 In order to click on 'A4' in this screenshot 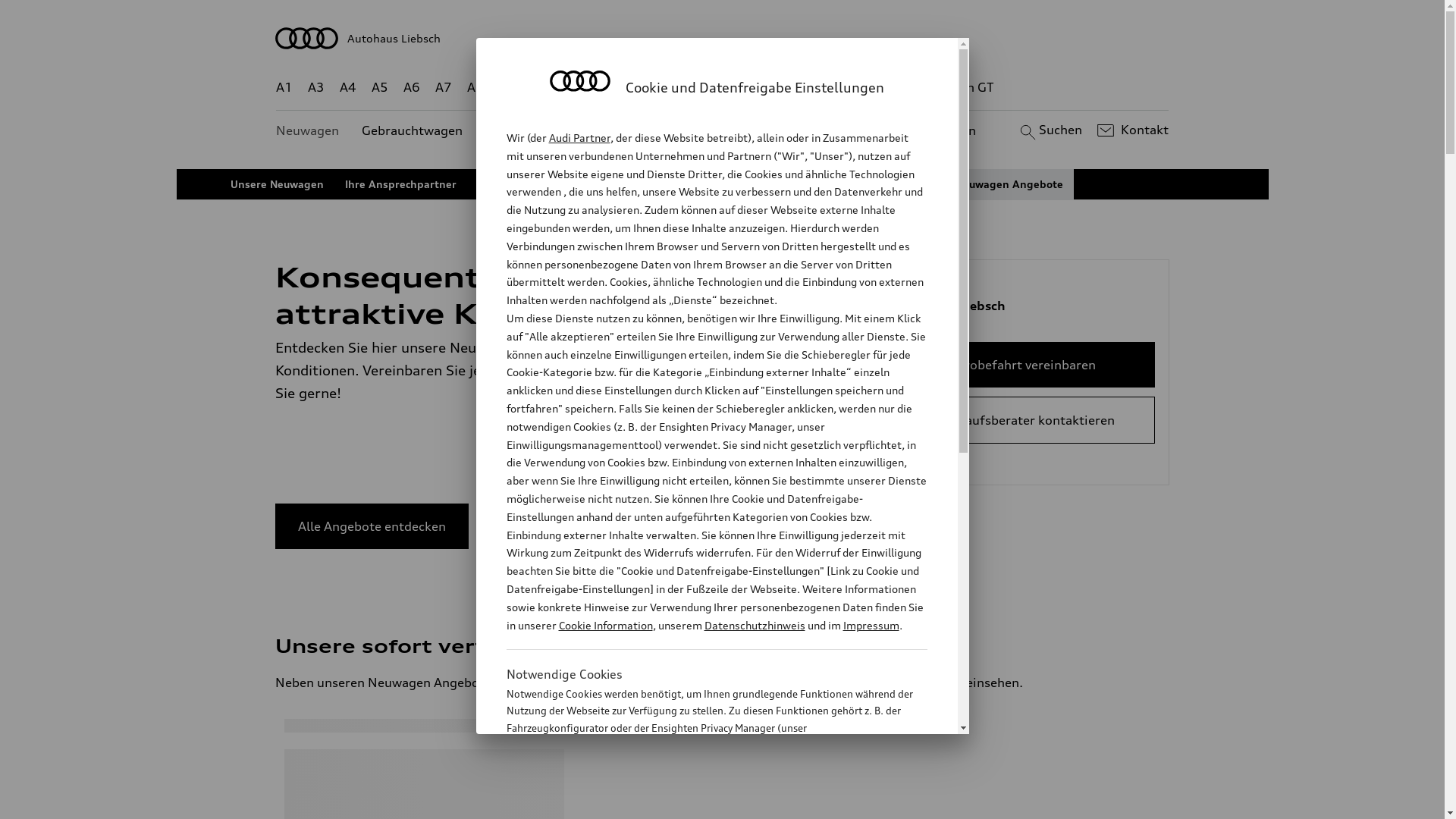, I will do `click(347, 87)`.